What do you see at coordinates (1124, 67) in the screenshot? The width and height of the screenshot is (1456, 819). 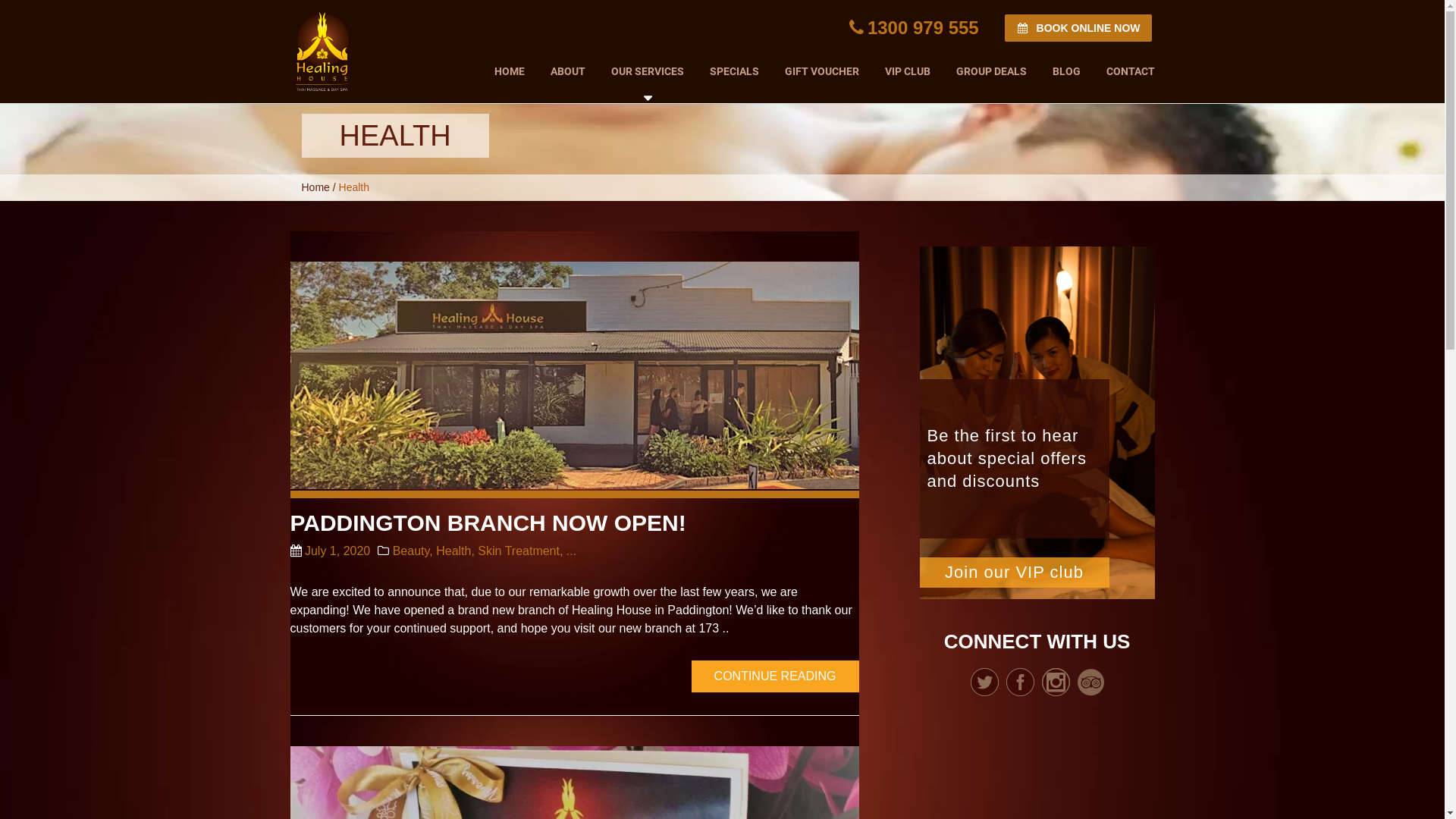 I see `'CONTACT'` at bounding box center [1124, 67].